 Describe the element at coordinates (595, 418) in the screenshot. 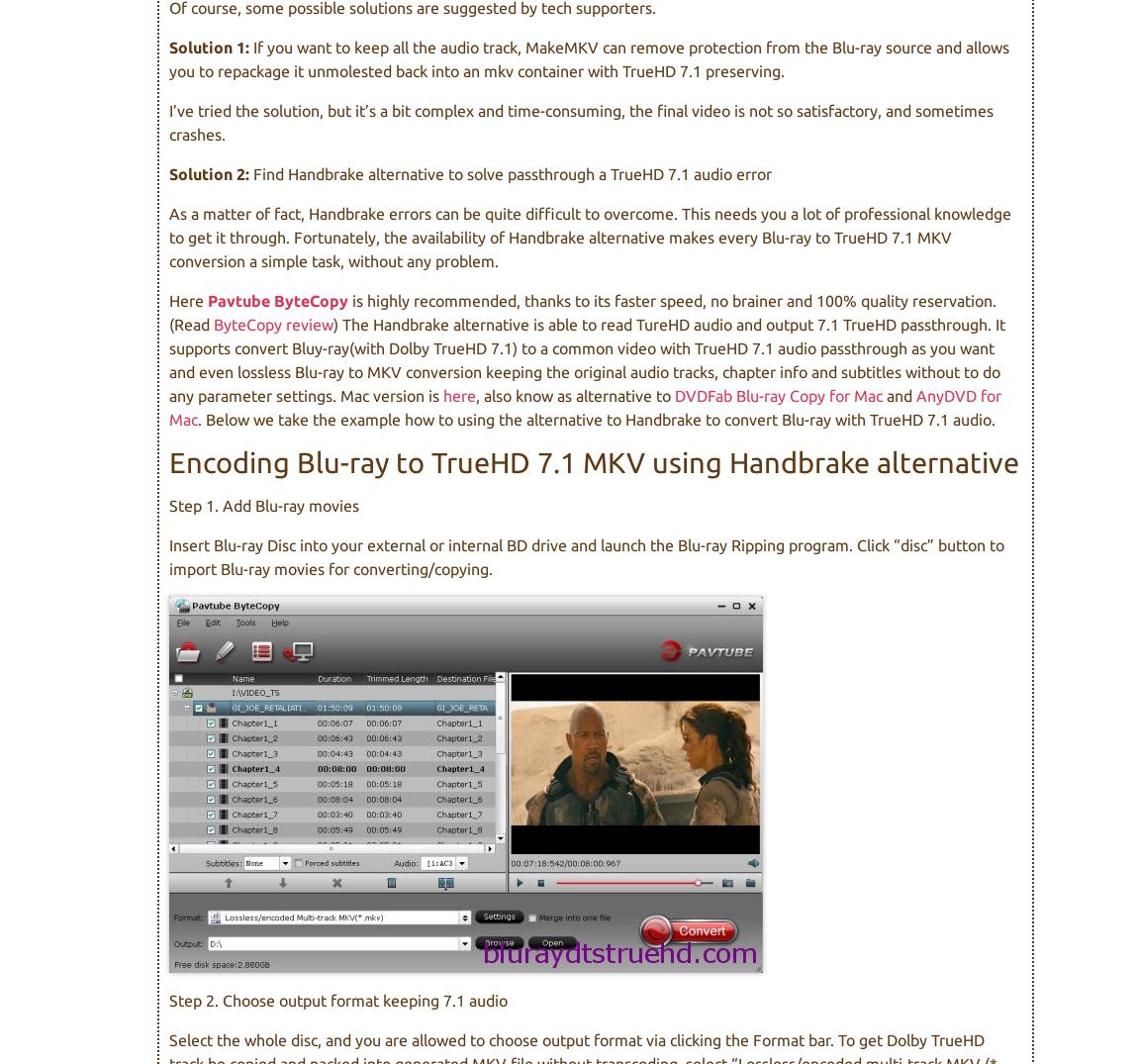

I see `'. Below we take the example how to using the alternative to Handbrake to convert Blu-ray with TrueHD 7.1 audio.'` at that location.